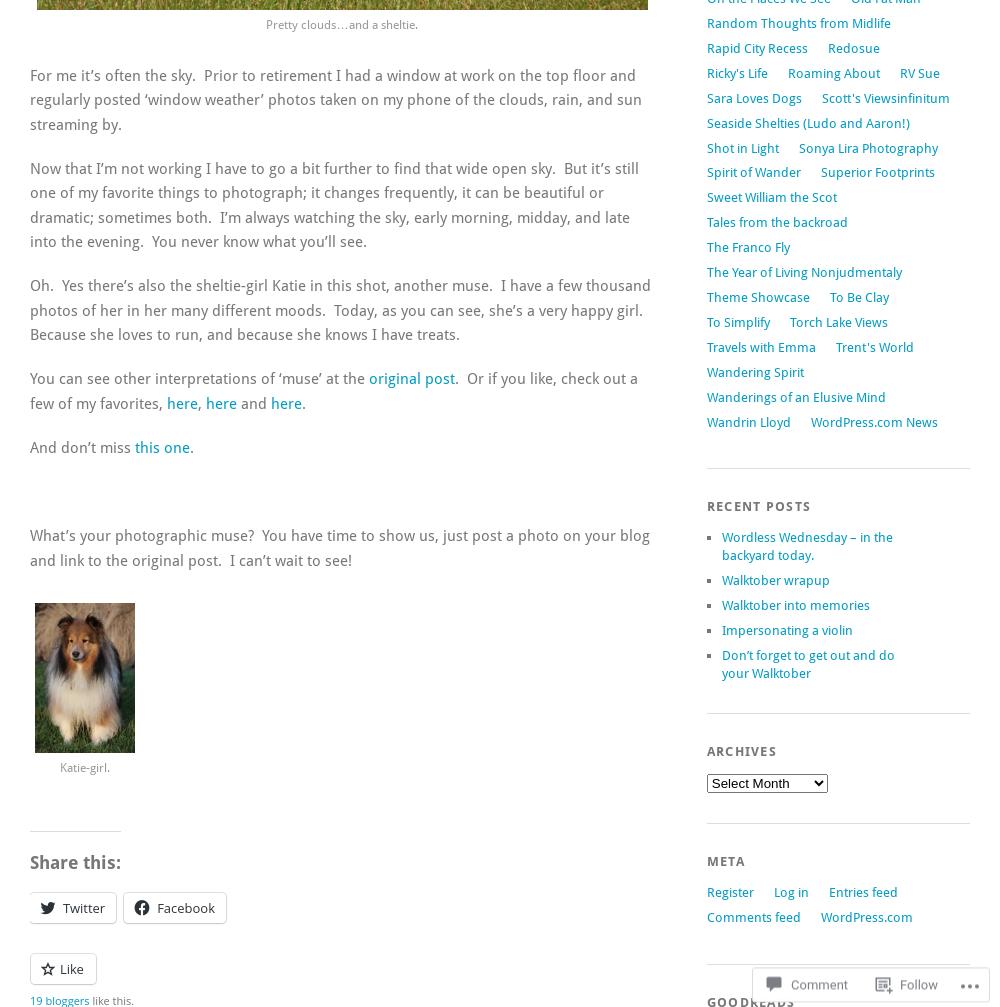 Image resolution: width=1000 pixels, height=1007 pixels. Describe the element at coordinates (81, 447) in the screenshot. I see `'And don’t miss'` at that location.